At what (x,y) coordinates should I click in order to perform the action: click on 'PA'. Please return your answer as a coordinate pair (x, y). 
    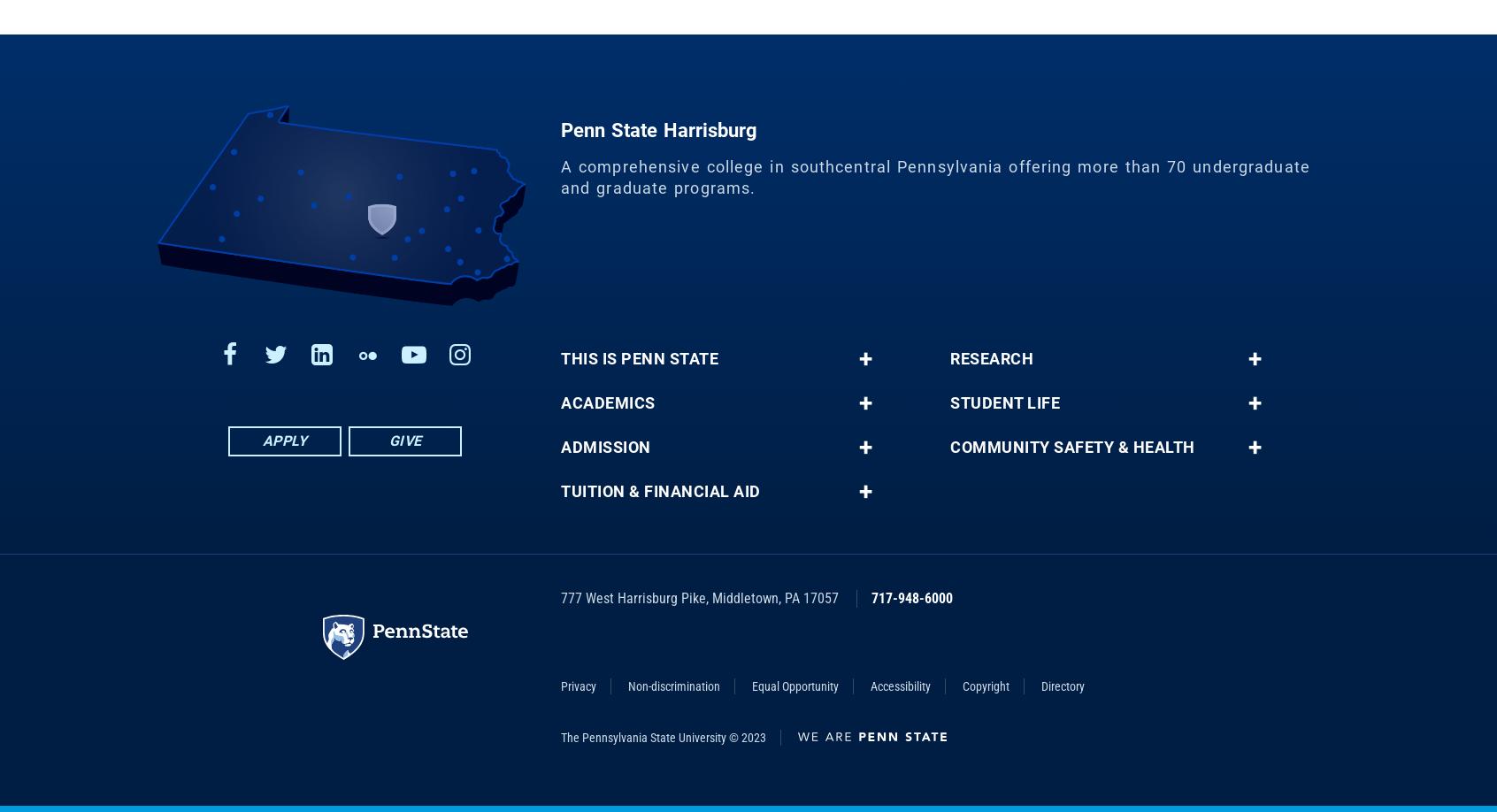
    Looking at the image, I should click on (791, 610).